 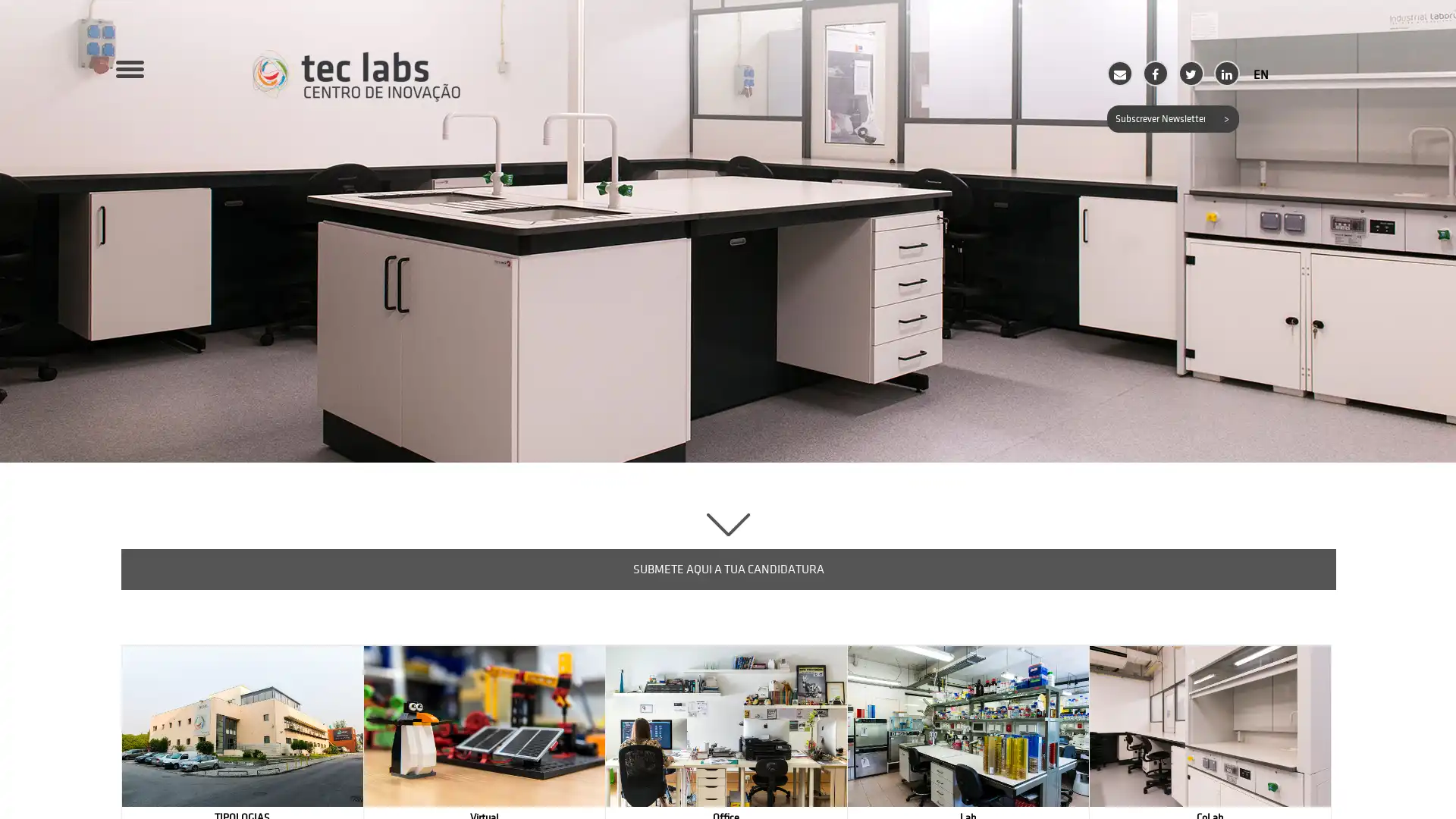 What do you see at coordinates (728, 570) in the screenshot?
I see `SUBMETE AQUI A TUA CANDIDATURA` at bounding box center [728, 570].